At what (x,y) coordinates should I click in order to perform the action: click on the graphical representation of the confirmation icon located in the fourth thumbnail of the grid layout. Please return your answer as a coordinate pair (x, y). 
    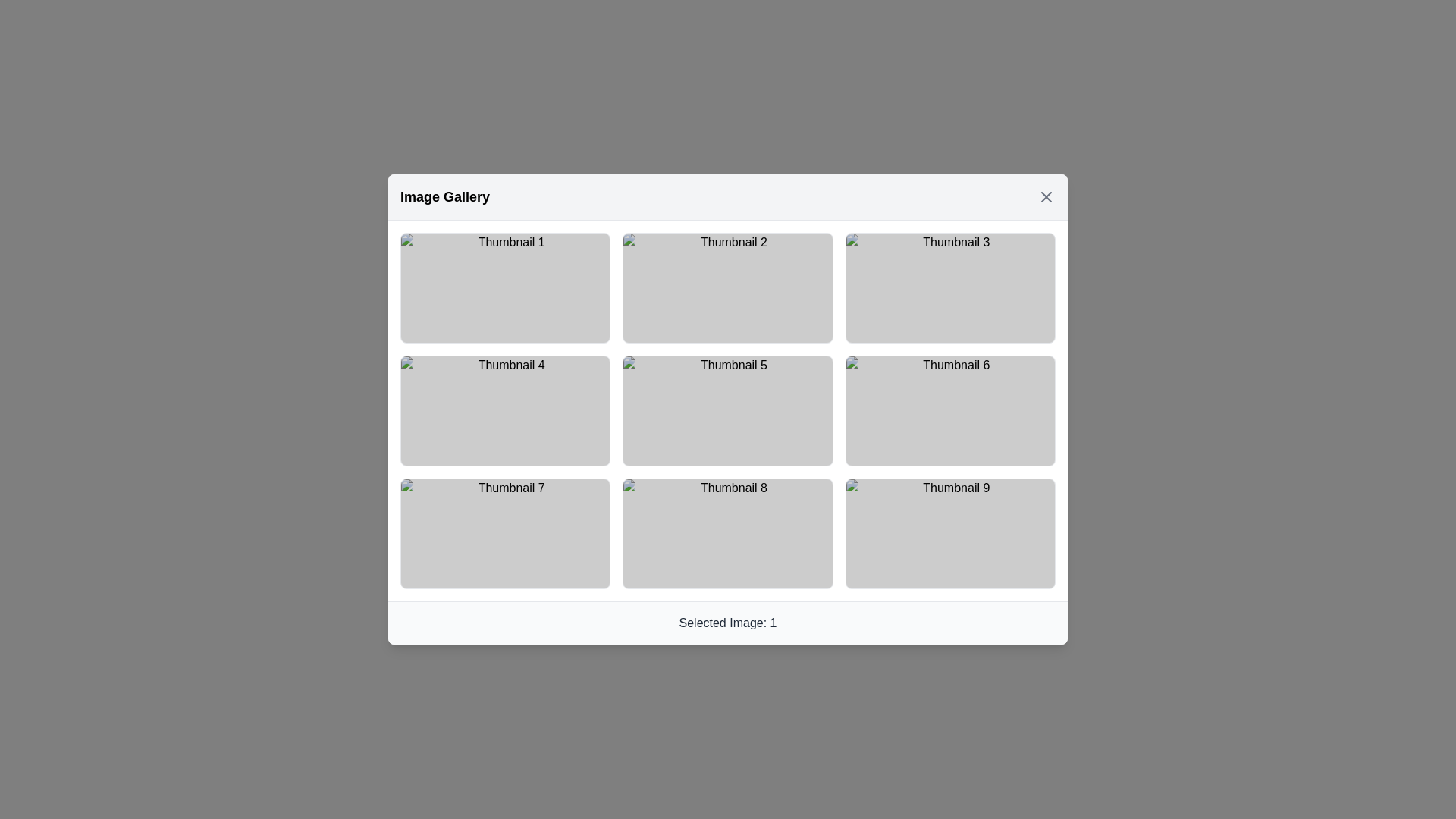
    Looking at the image, I should click on (505, 411).